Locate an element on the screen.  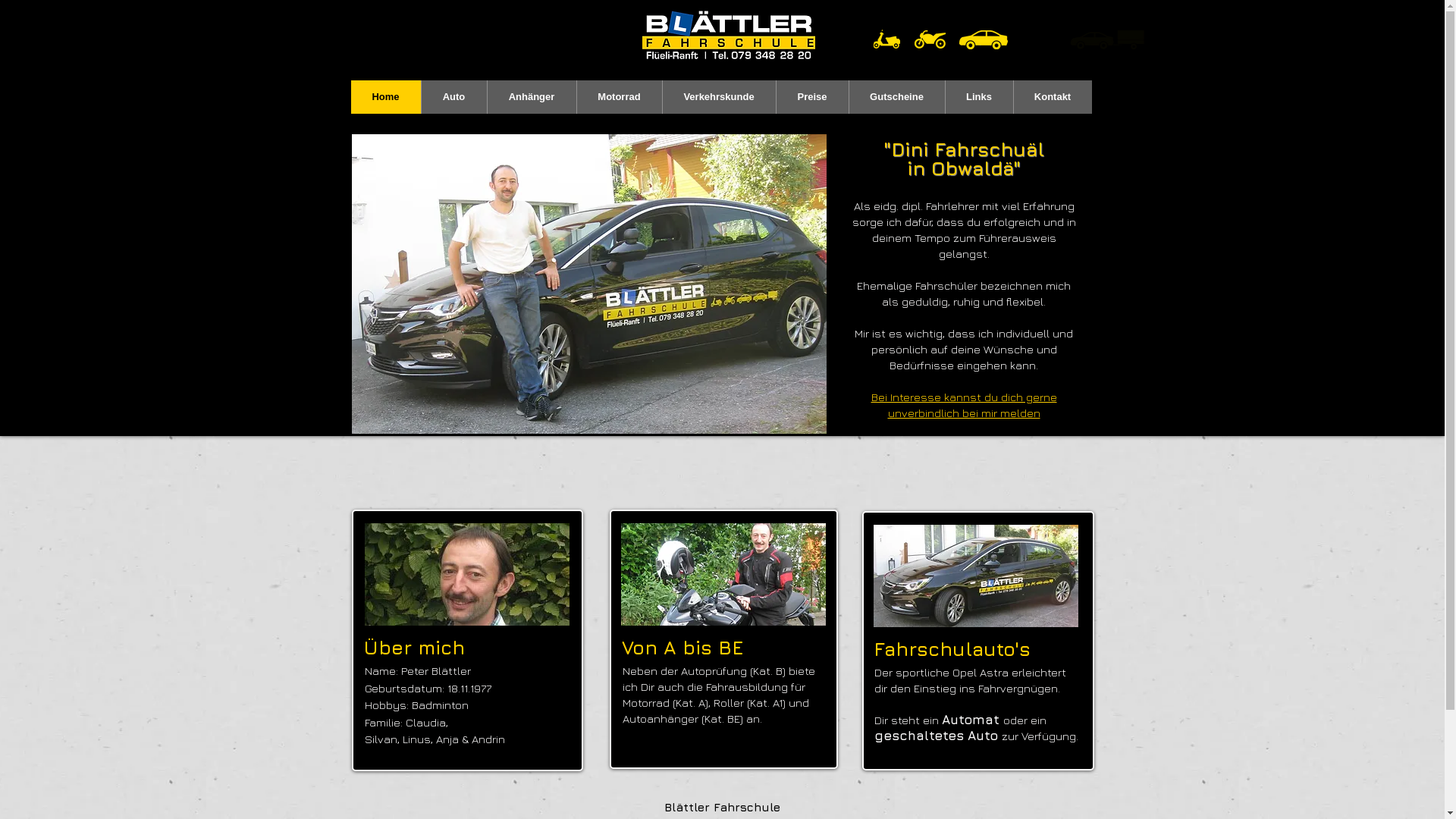
'Auto' is located at coordinates (452, 96).